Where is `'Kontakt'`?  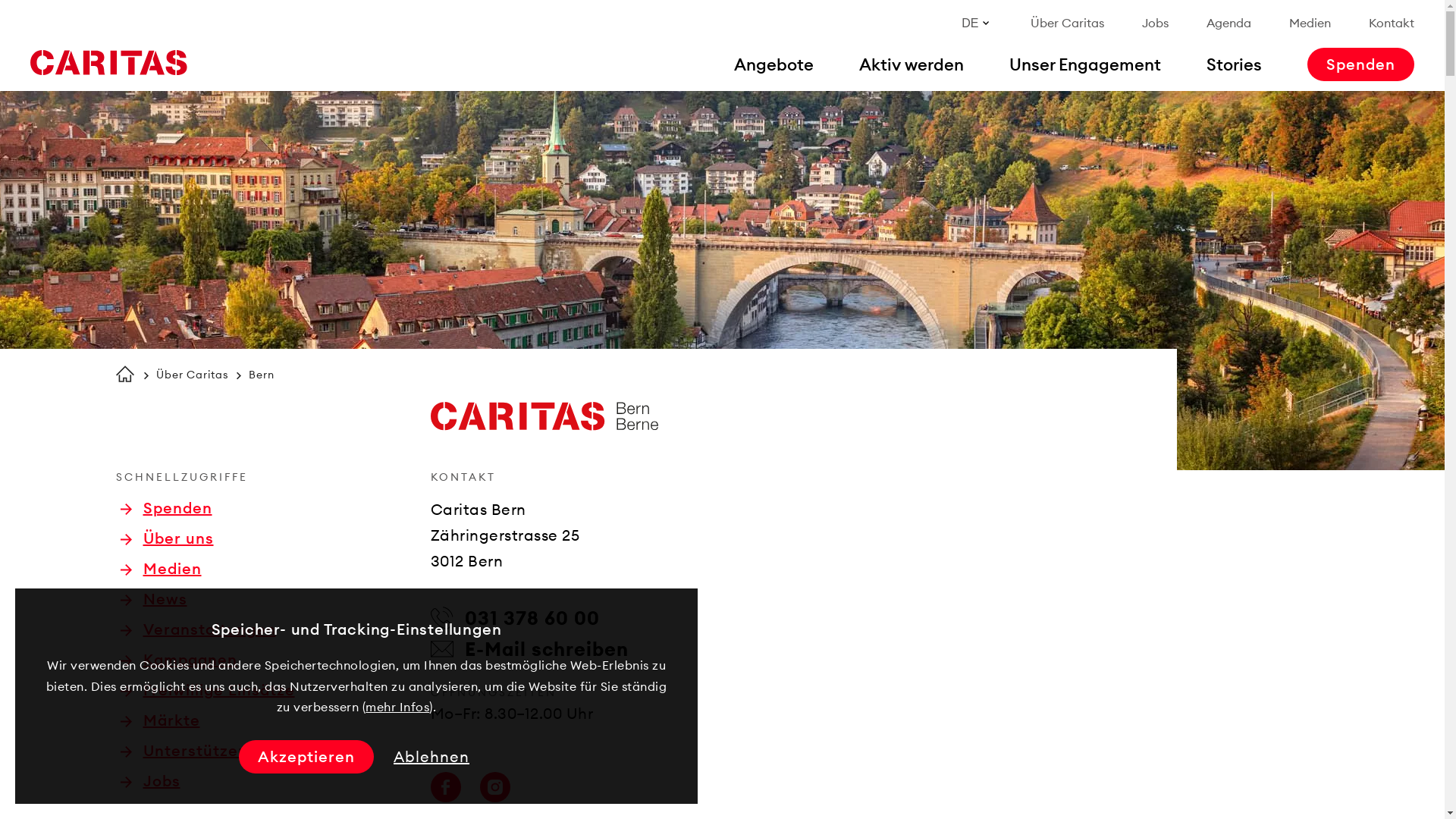
'Kontakt' is located at coordinates (1391, 23).